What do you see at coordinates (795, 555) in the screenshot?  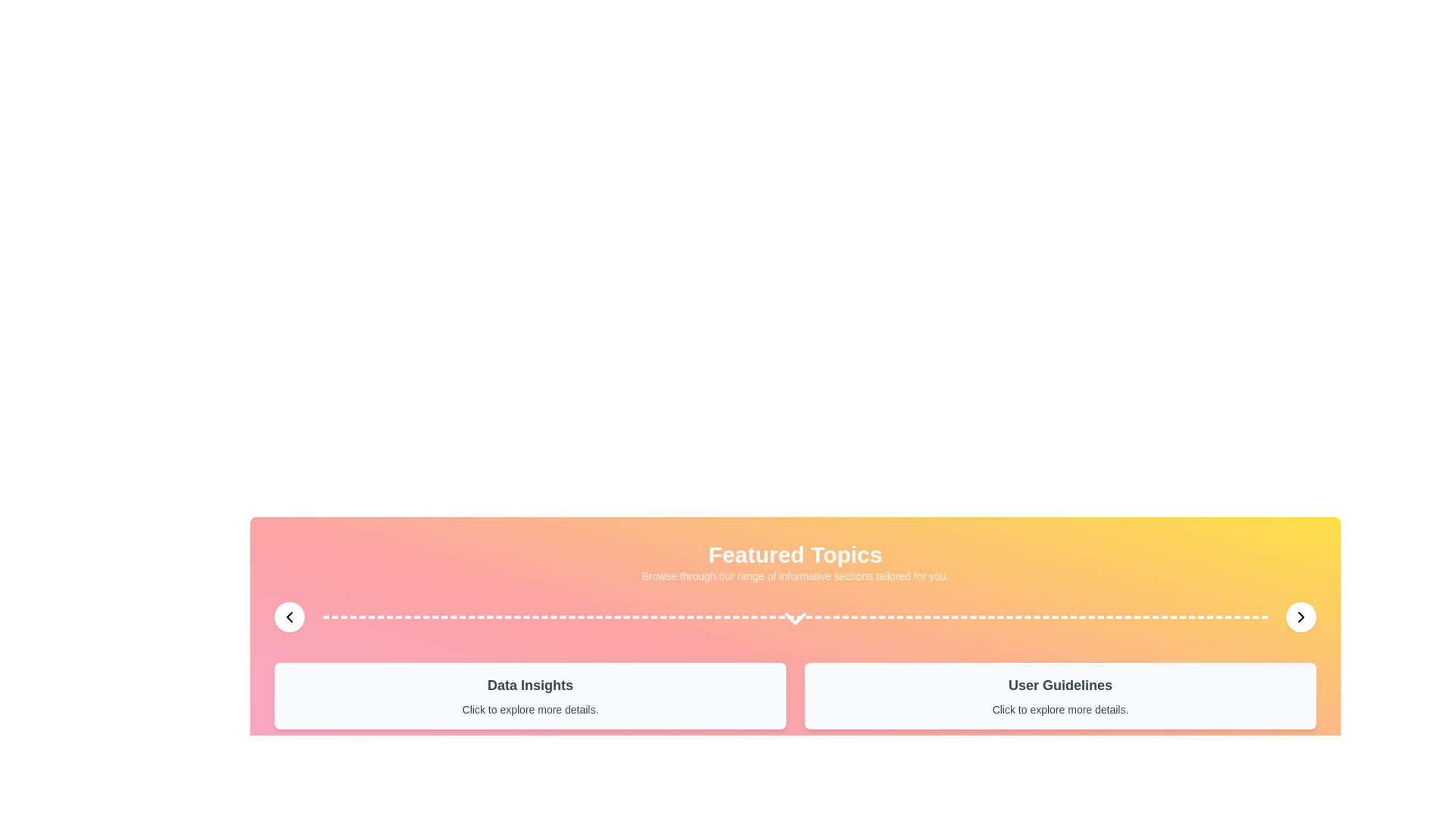 I see `the static text heading located at the top of the content module, which serves as the heading for the section` at bounding box center [795, 555].